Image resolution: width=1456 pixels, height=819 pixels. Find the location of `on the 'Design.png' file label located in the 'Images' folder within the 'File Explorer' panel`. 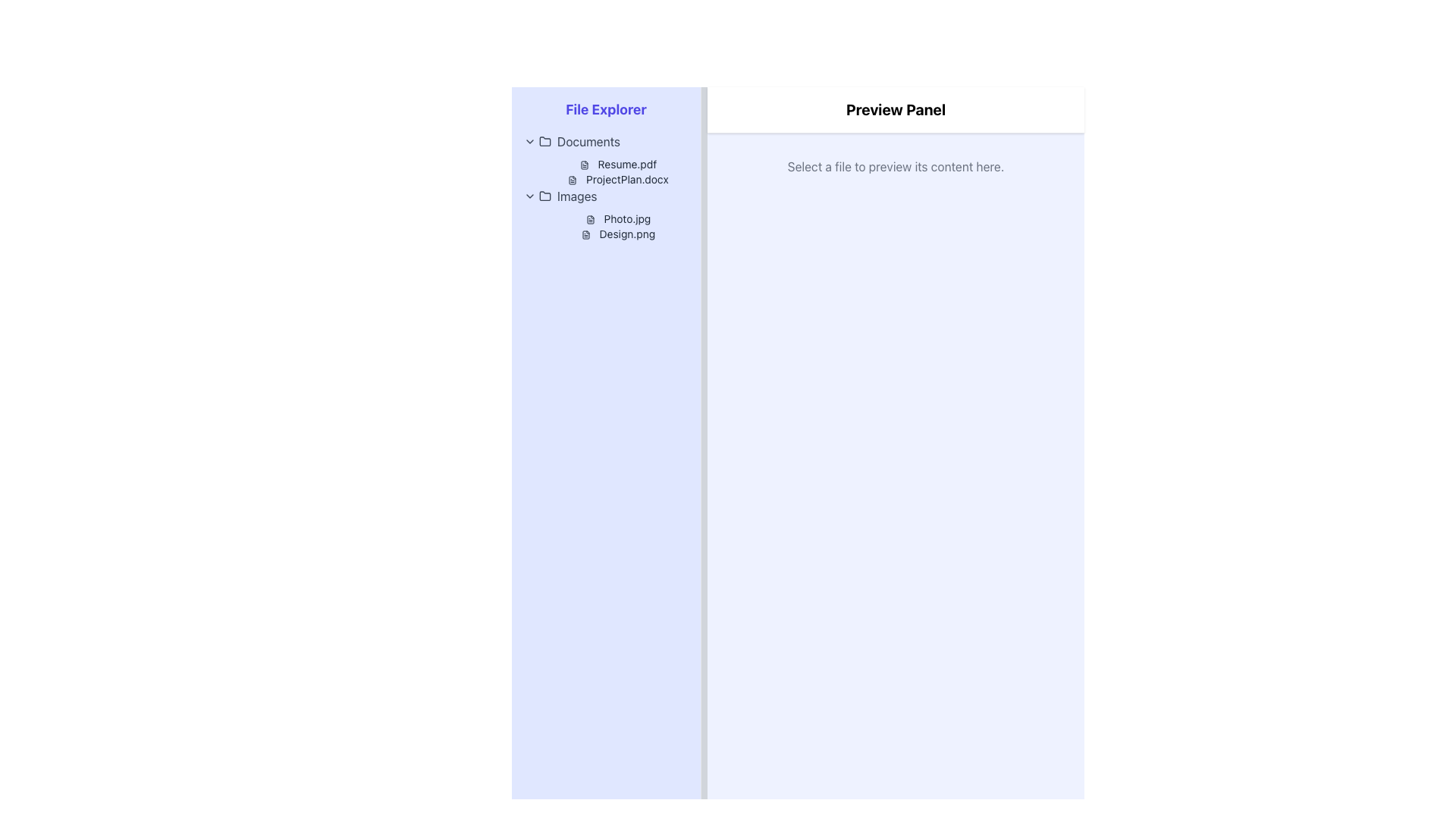

on the 'Design.png' file label located in the 'Images' folder within the 'File Explorer' panel is located at coordinates (618, 234).